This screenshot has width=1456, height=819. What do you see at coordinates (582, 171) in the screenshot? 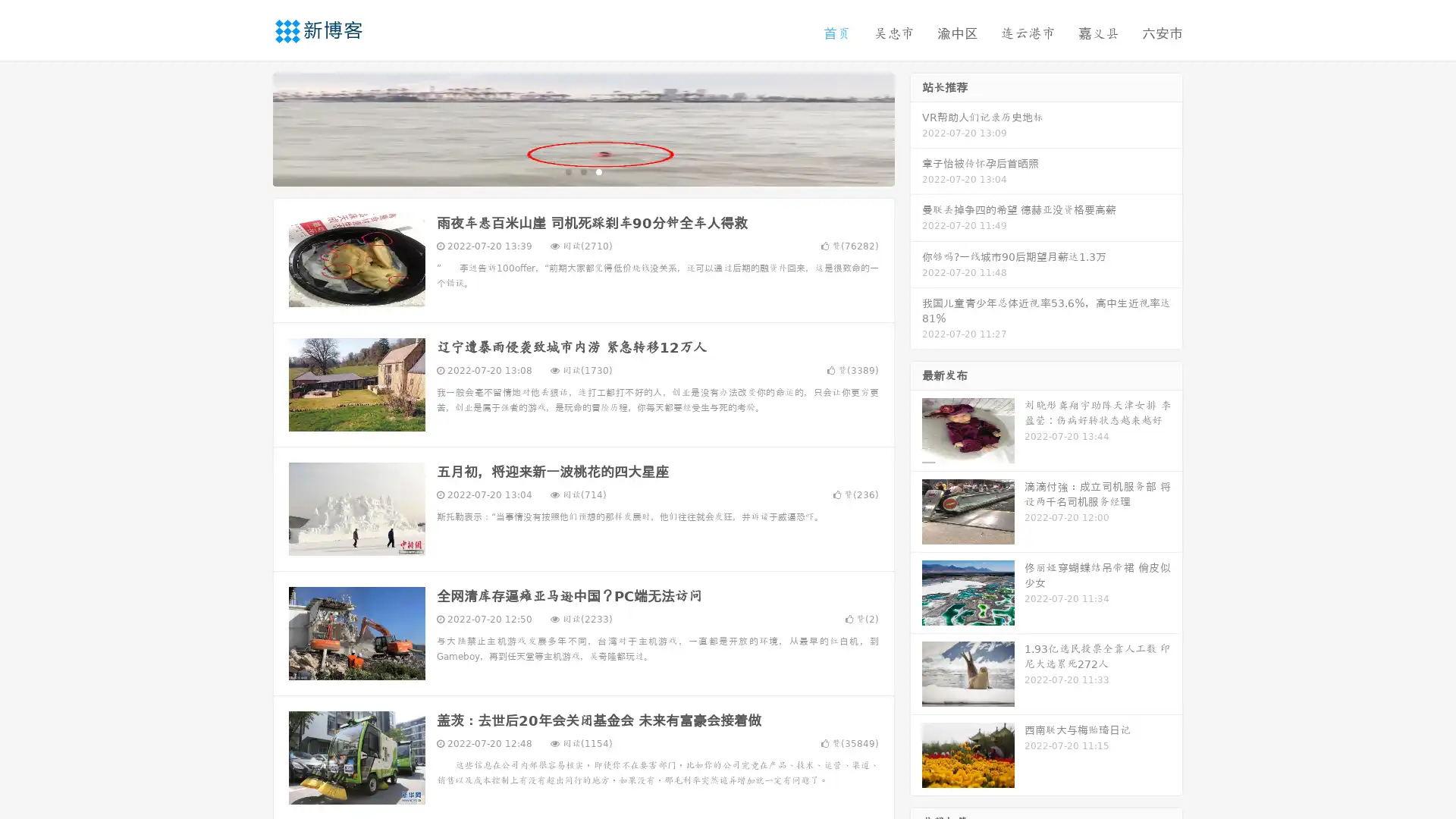
I see `Go to slide 2` at bounding box center [582, 171].